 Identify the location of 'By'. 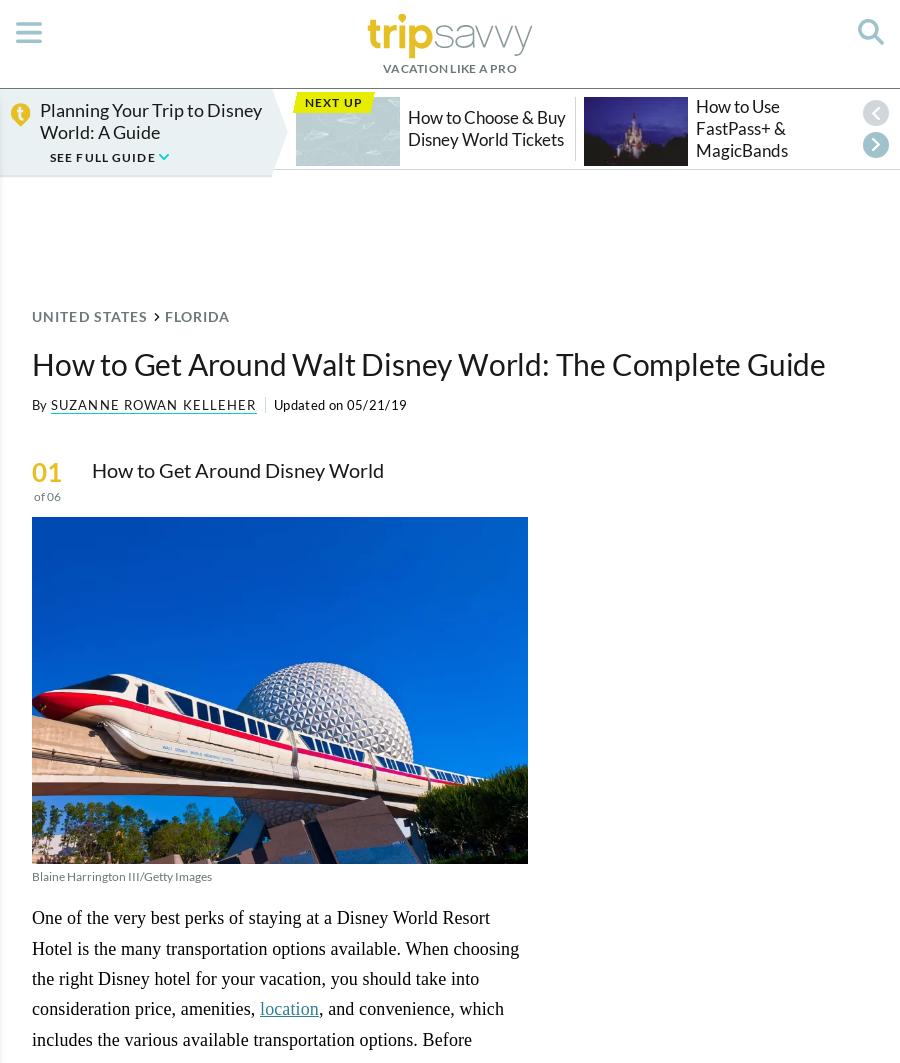
(38, 404).